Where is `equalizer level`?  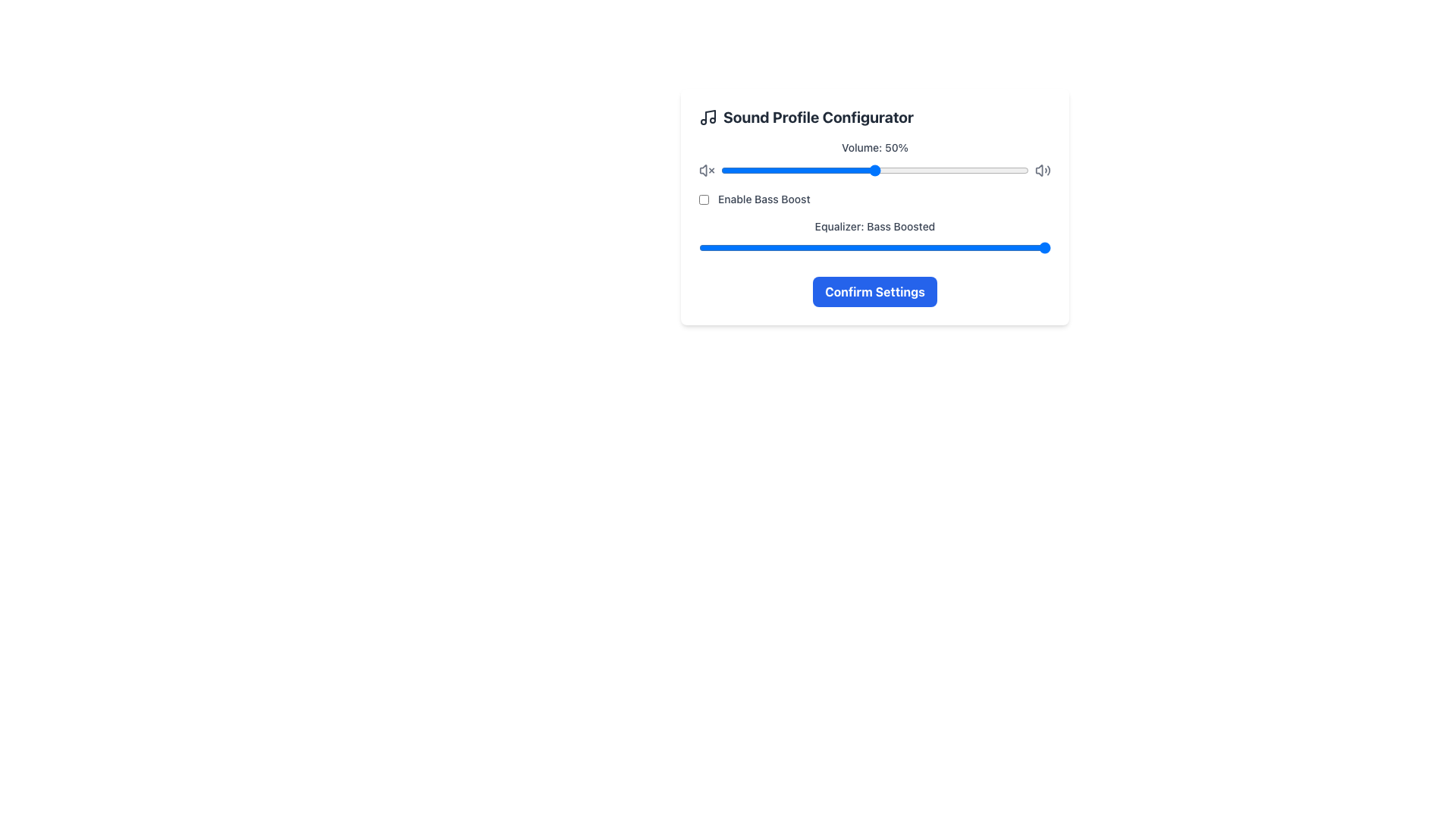 equalizer level is located at coordinates (698, 247).